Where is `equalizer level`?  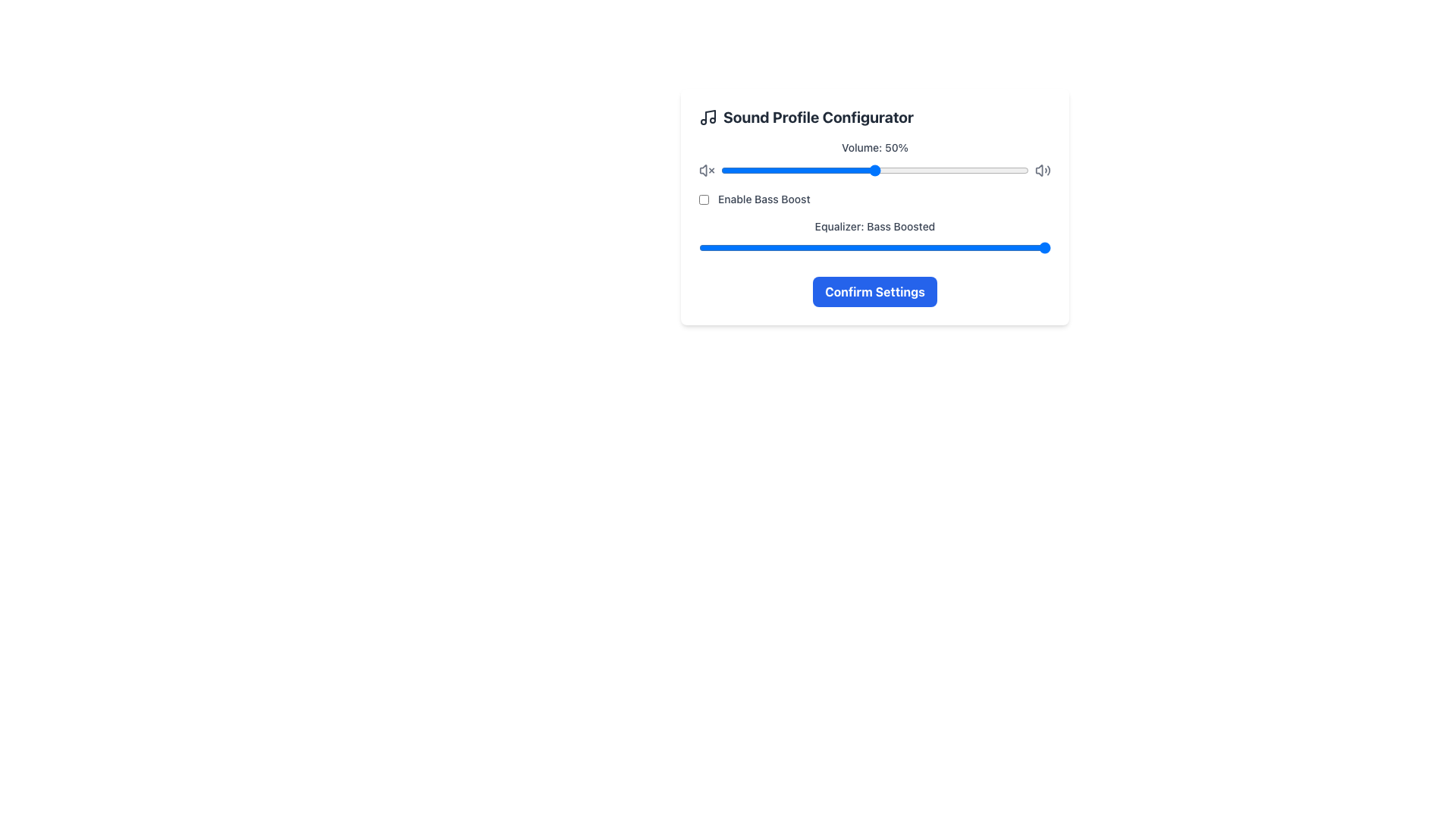 equalizer level is located at coordinates (698, 247).